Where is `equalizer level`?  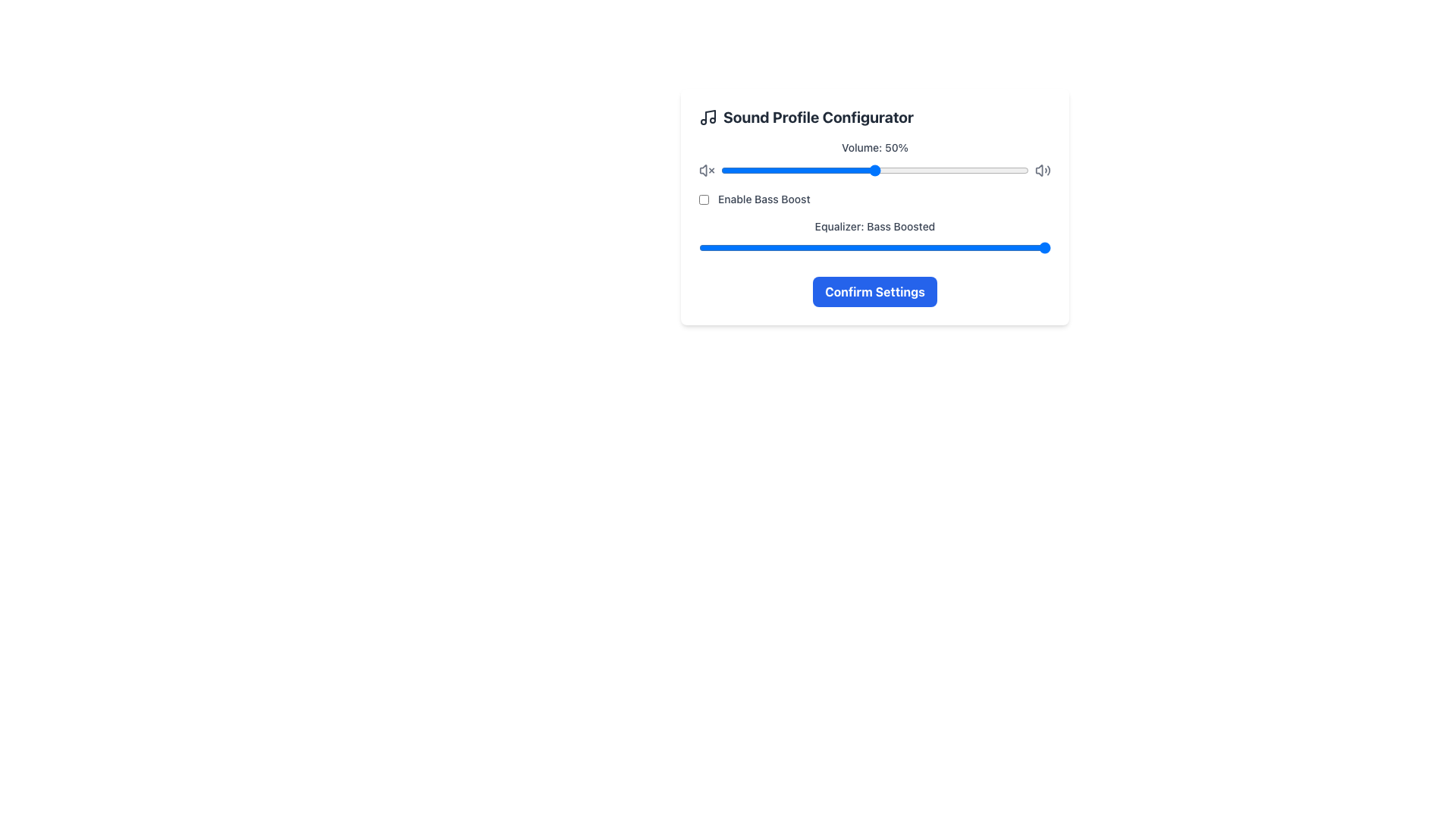 equalizer level is located at coordinates (698, 247).